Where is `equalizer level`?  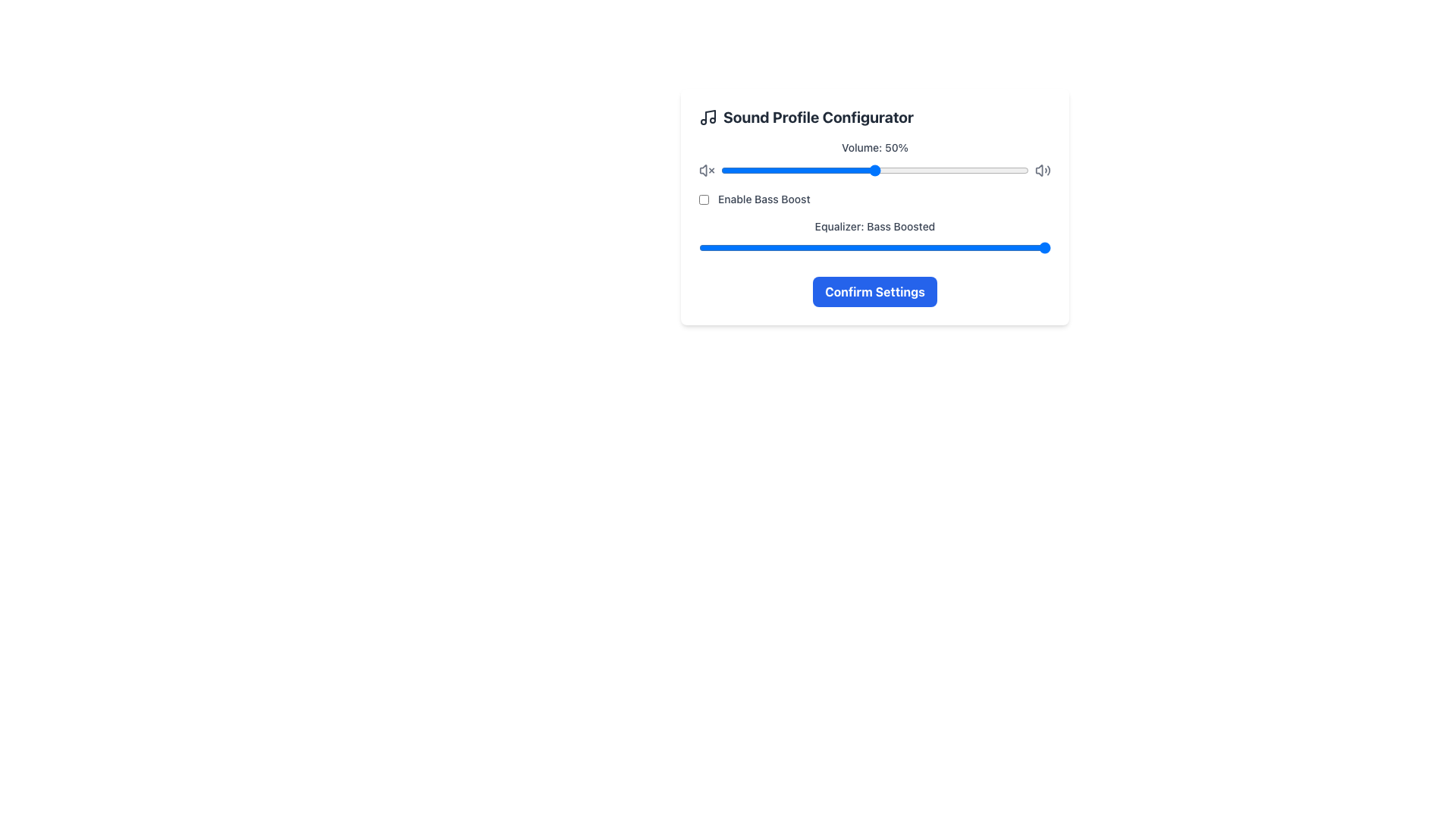 equalizer level is located at coordinates (698, 247).